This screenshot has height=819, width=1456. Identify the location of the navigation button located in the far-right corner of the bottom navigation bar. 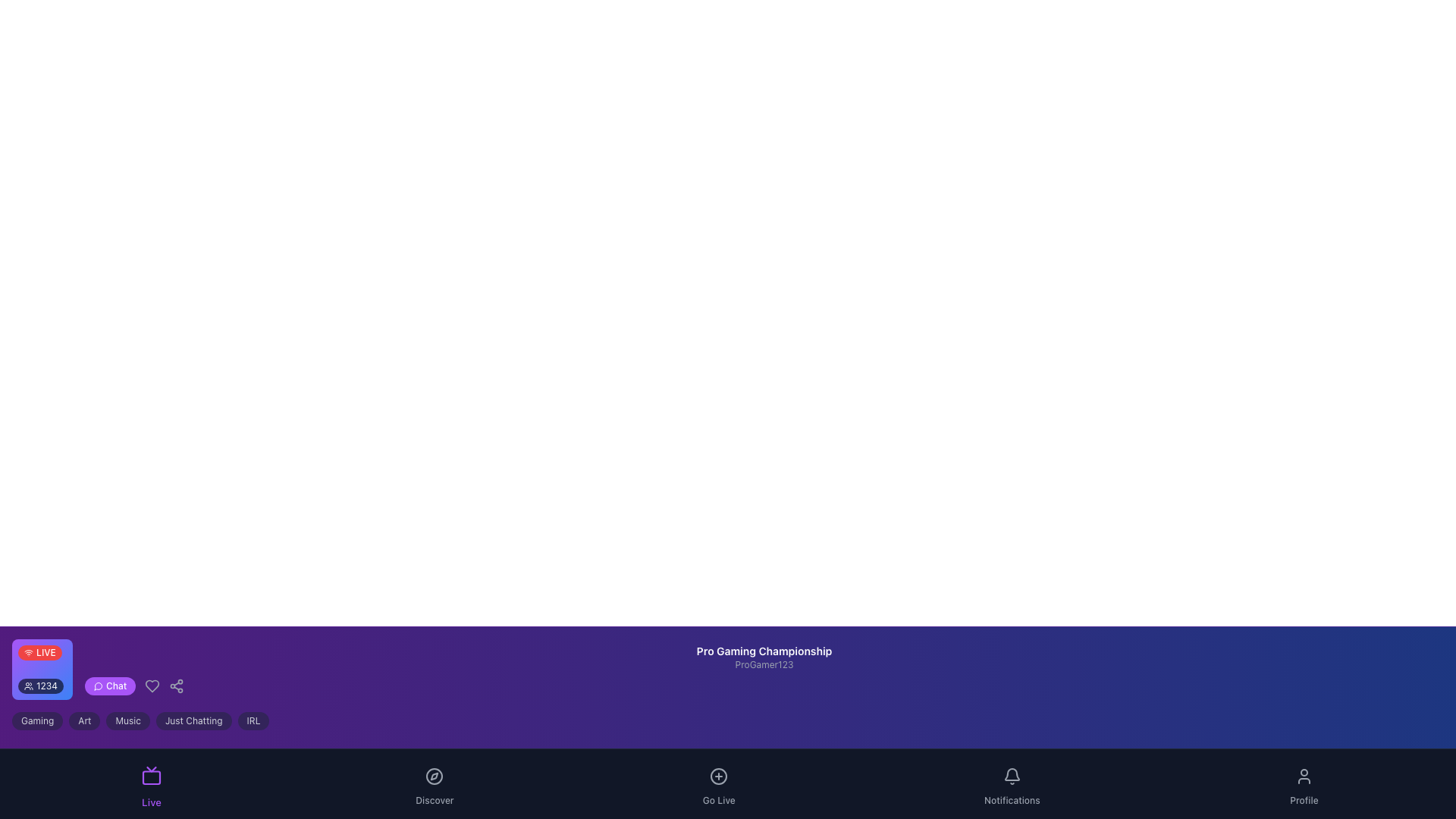
(1303, 783).